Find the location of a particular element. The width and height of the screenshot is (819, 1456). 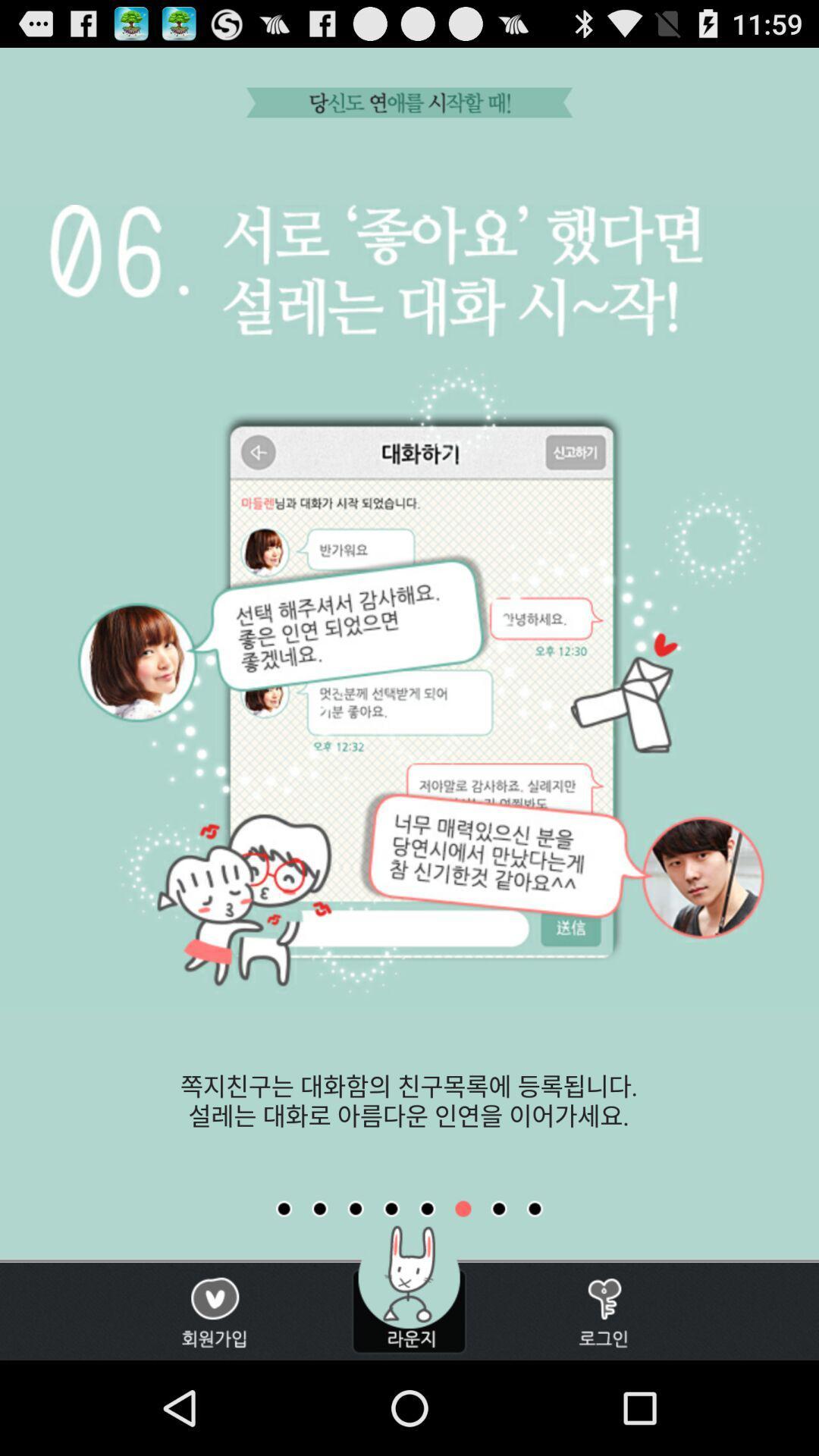

page 2 is located at coordinates (318, 1208).